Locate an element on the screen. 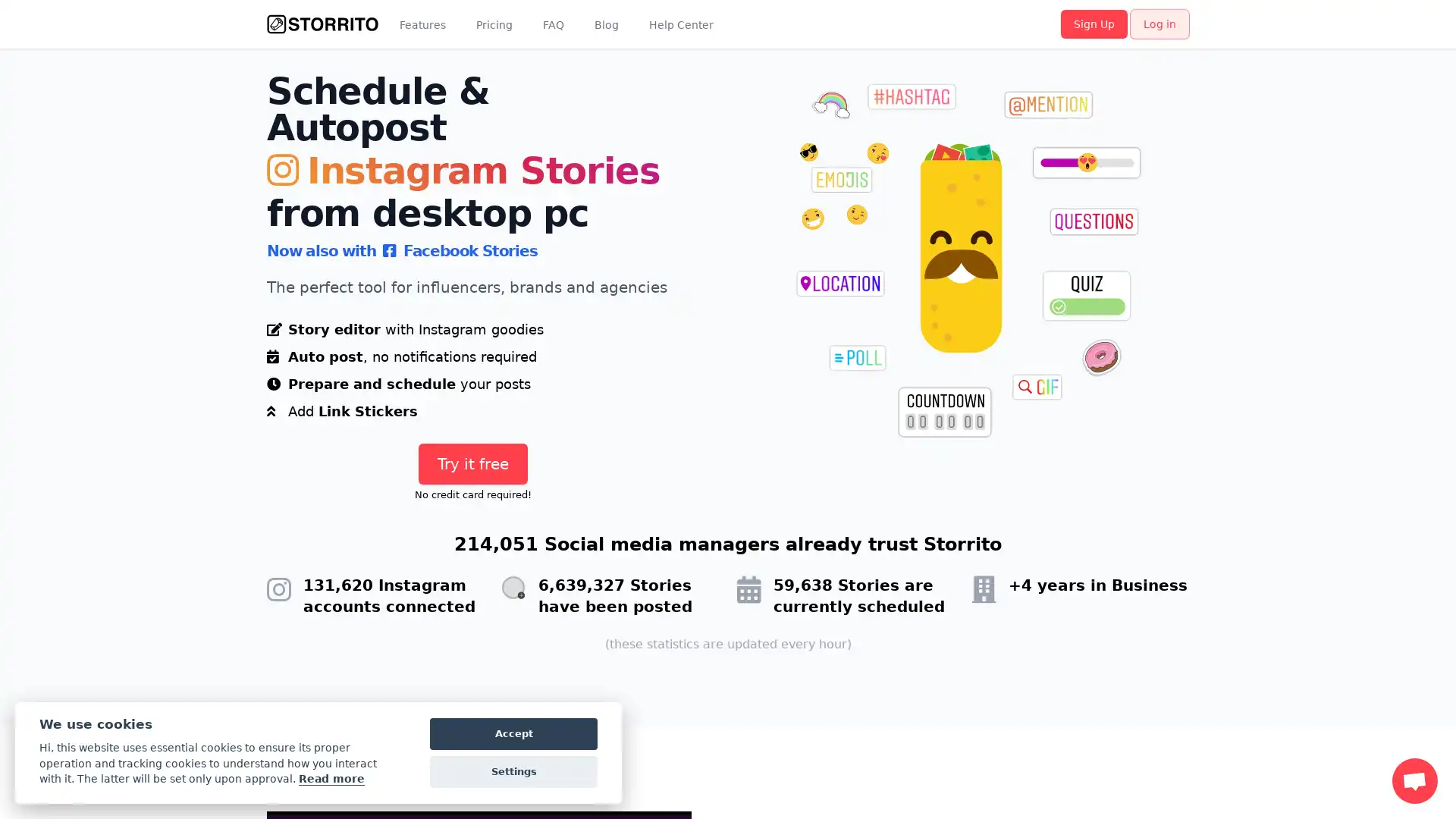  Accept is located at coordinates (513, 733).